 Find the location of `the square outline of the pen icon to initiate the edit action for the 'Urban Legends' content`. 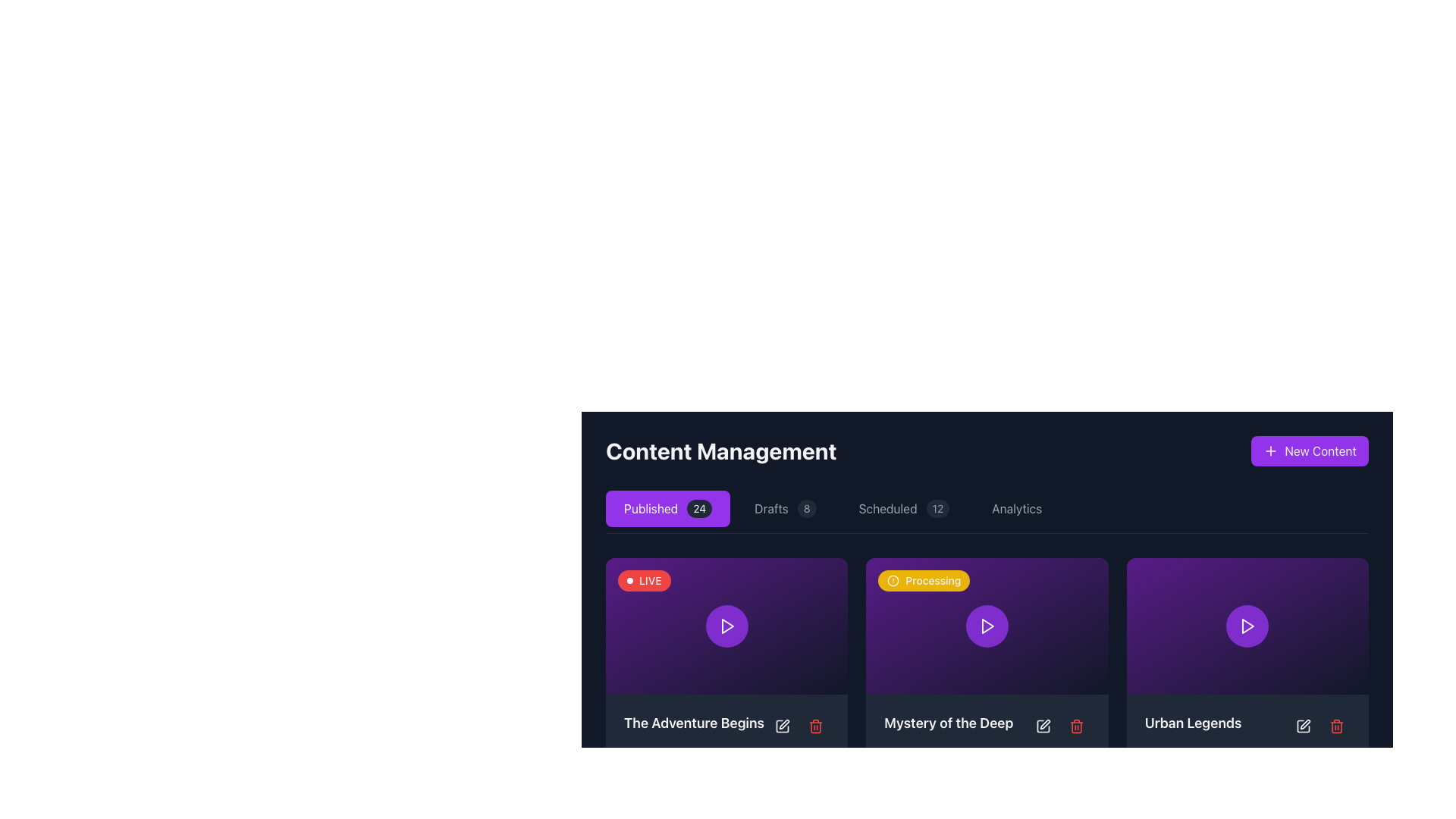

the square outline of the pen icon to initiate the edit action for the 'Urban Legends' content is located at coordinates (1302, 724).